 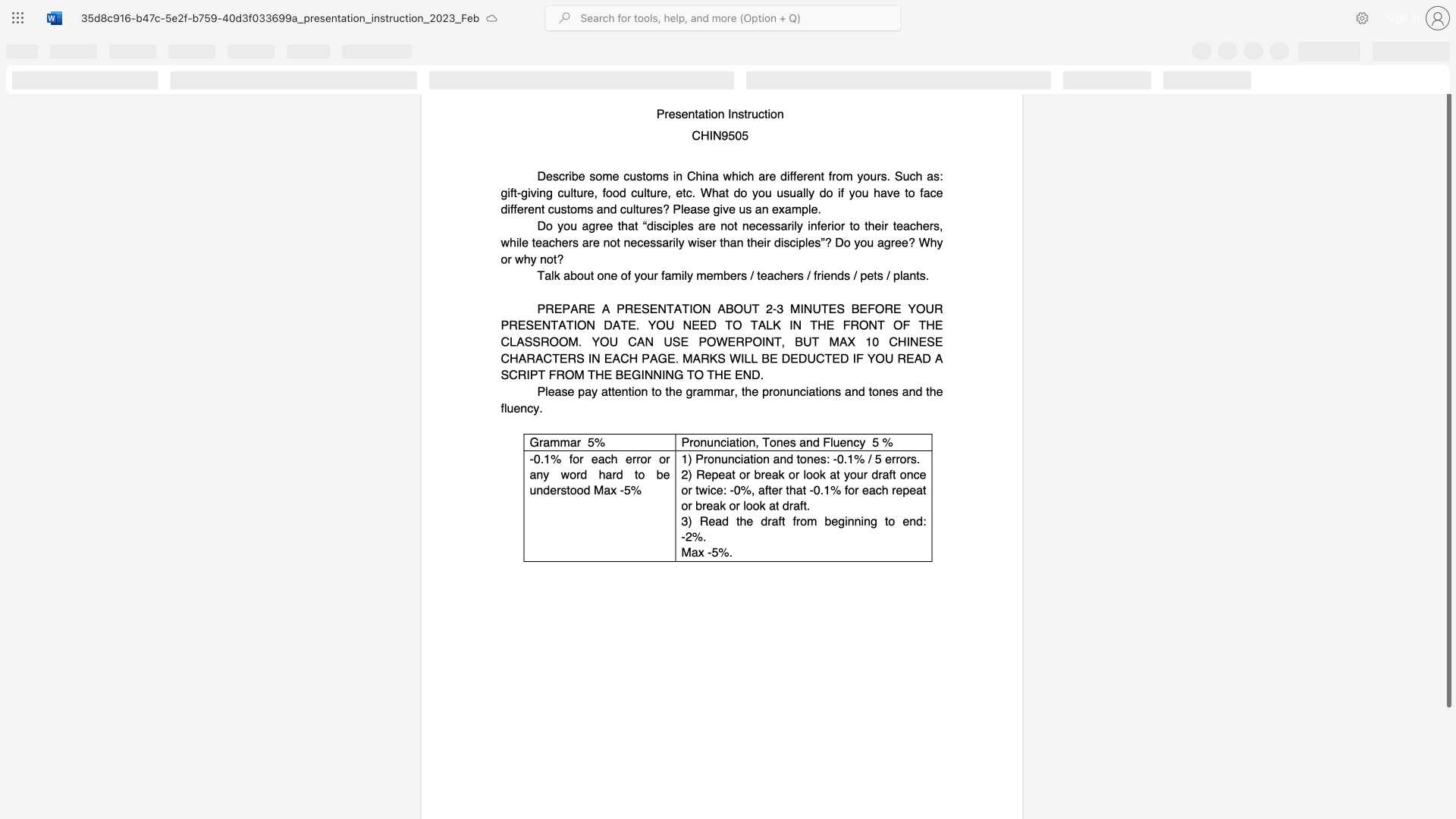 What do you see at coordinates (689, 209) in the screenshot?
I see `the subset text "ase give us an e" within the text "? Please give us an example."` at bounding box center [689, 209].